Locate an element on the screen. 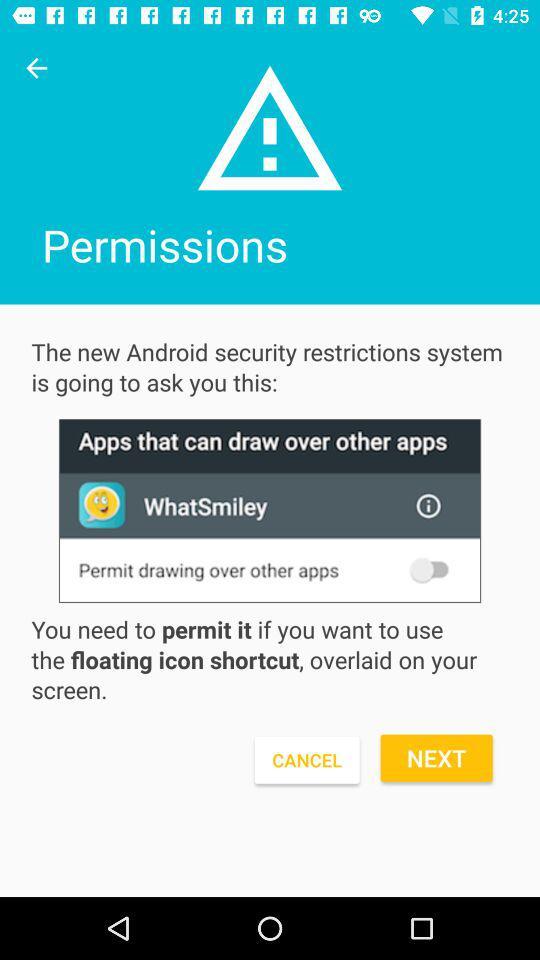  going back to the previous page is located at coordinates (36, 68).